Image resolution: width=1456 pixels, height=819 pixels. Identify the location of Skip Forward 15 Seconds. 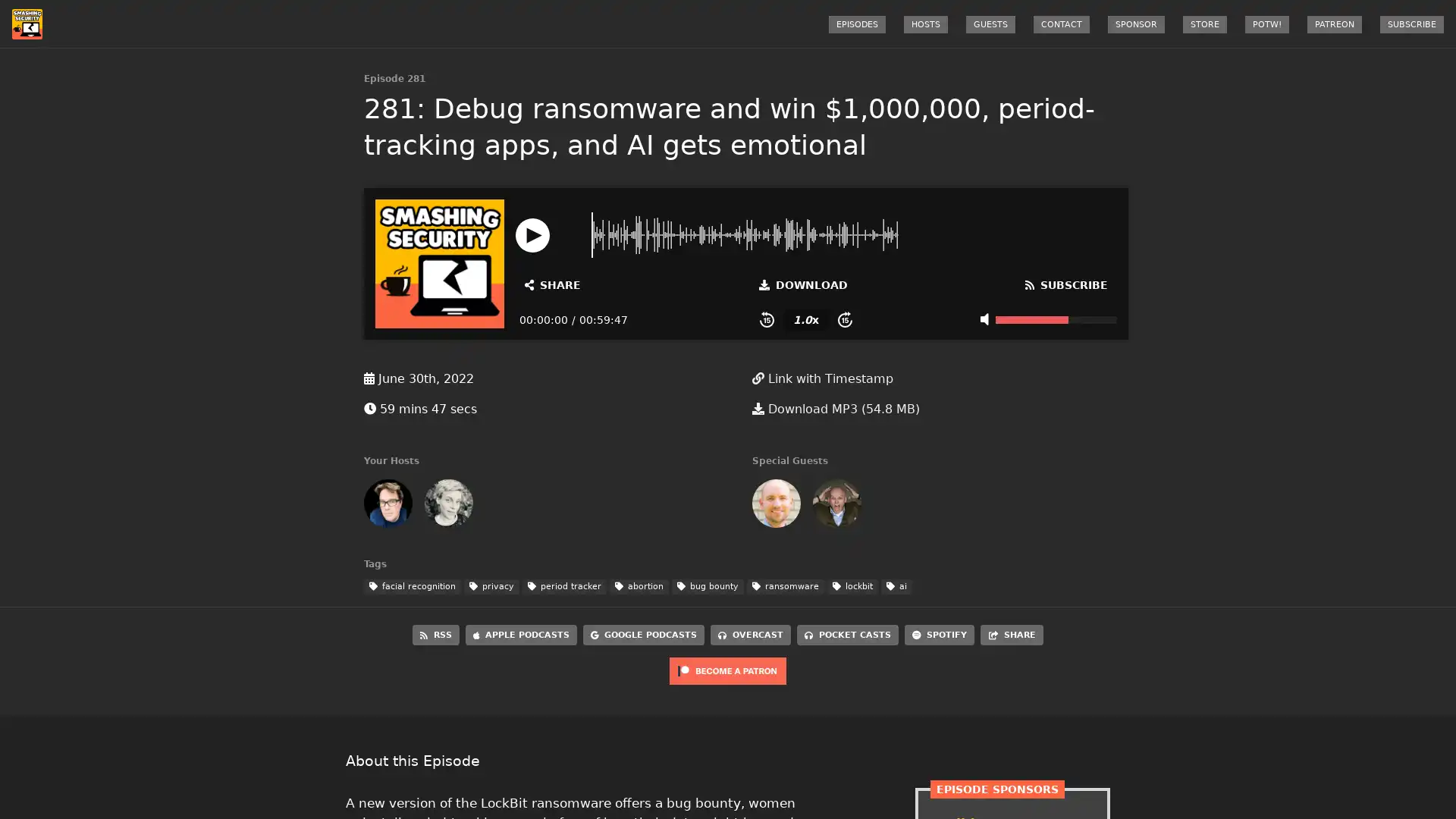
(844, 318).